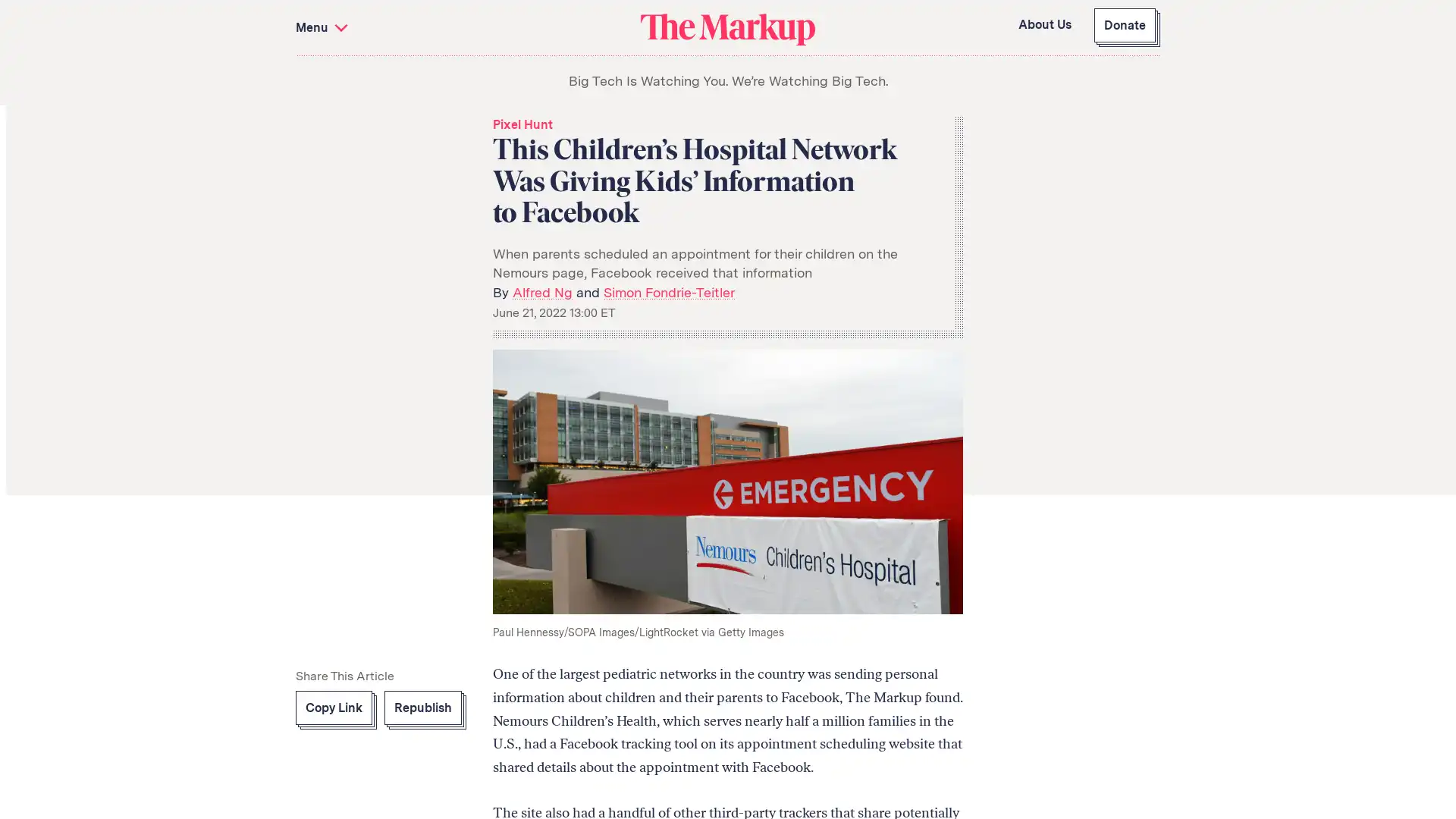 This screenshot has width=1456, height=819. Describe the element at coordinates (465, 27) in the screenshot. I see `Site menu` at that location.